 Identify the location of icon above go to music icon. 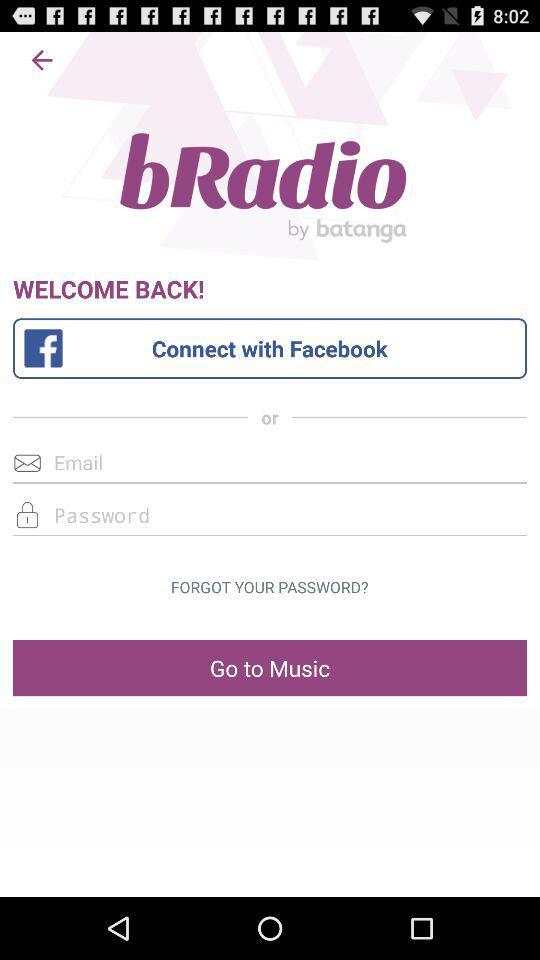
(269, 587).